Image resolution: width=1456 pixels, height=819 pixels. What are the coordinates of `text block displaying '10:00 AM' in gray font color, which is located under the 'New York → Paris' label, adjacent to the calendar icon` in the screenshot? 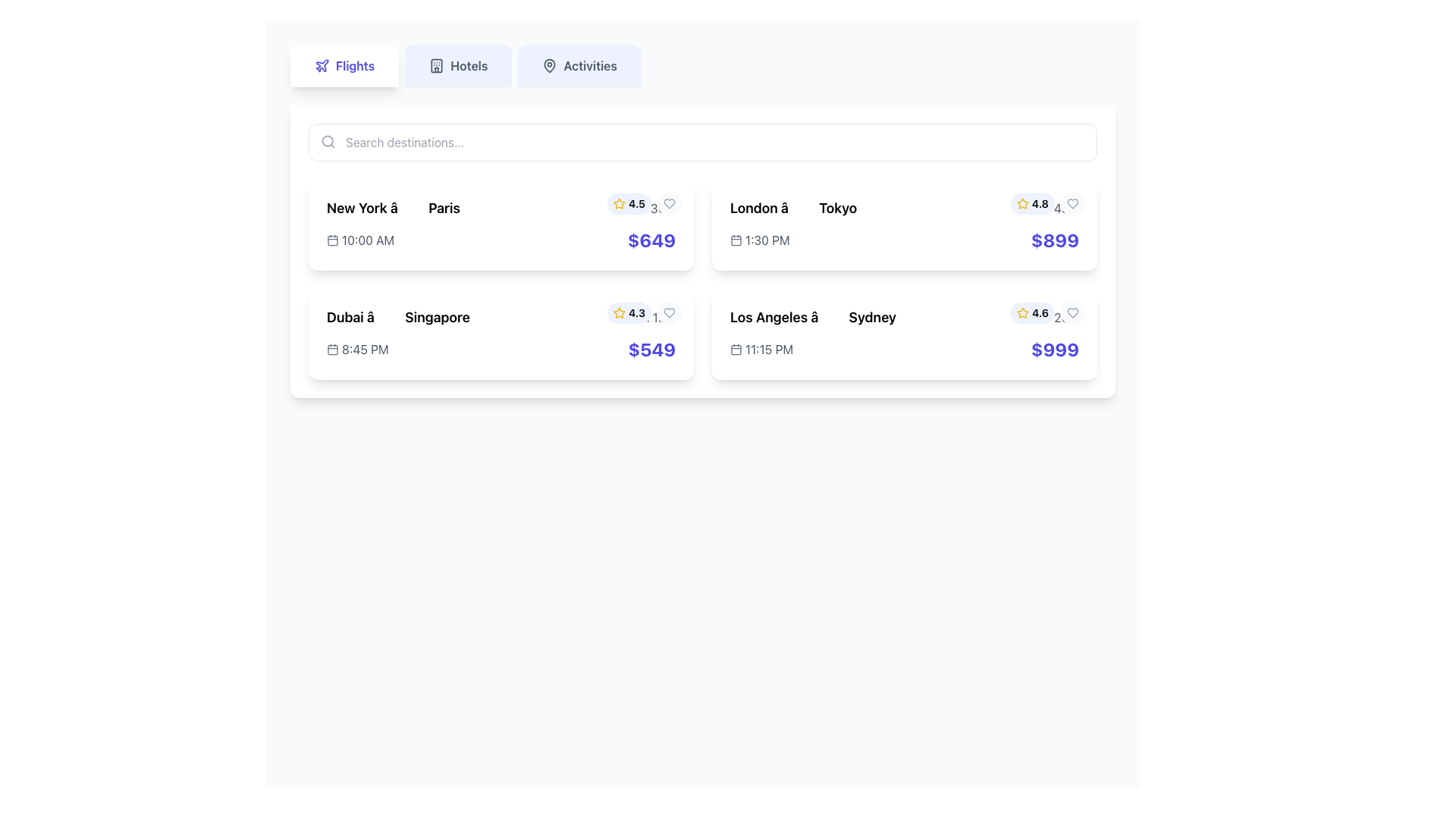 It's located at (368, 239).